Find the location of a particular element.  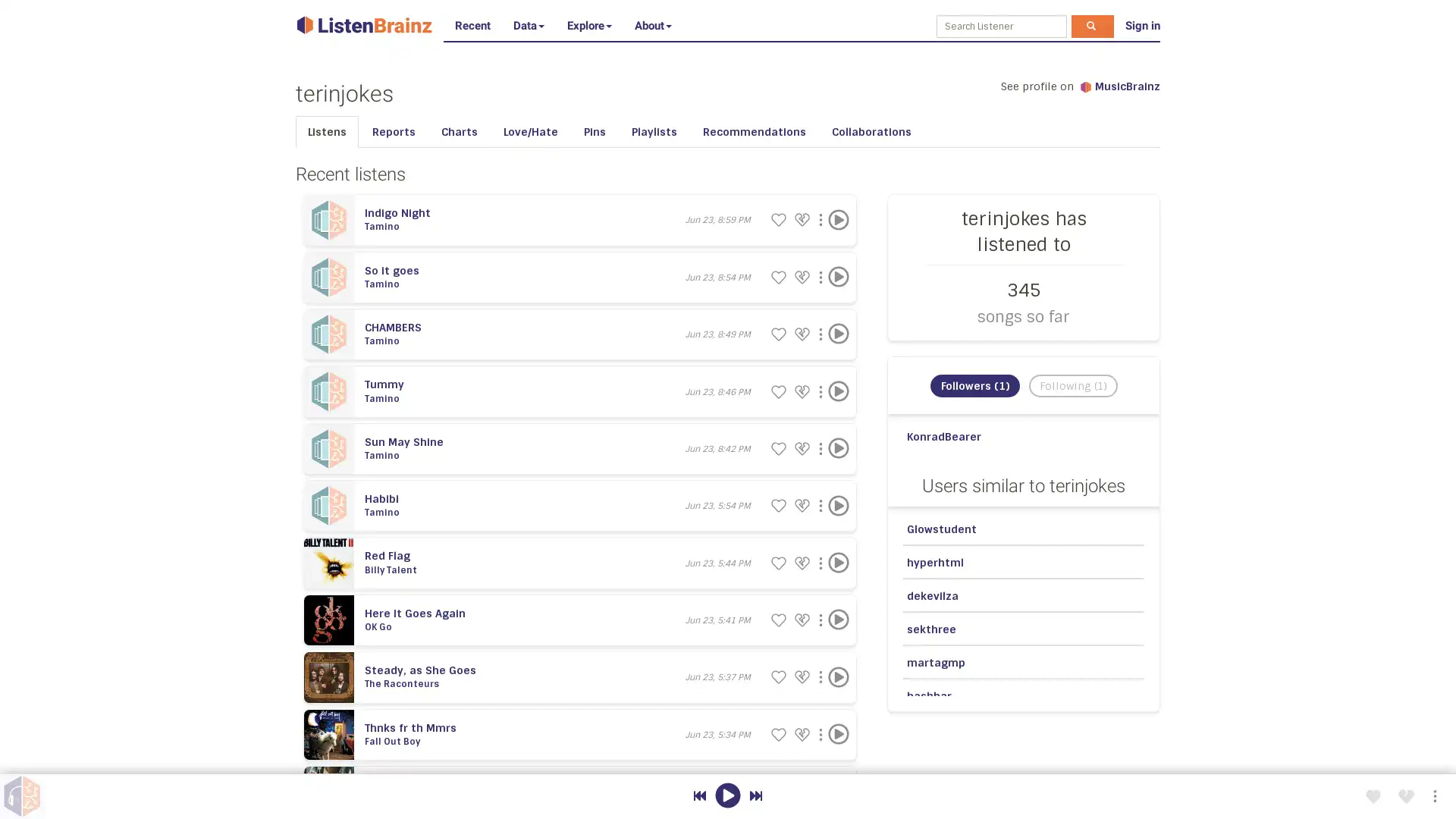

Play is located at coordinates (837, 620).